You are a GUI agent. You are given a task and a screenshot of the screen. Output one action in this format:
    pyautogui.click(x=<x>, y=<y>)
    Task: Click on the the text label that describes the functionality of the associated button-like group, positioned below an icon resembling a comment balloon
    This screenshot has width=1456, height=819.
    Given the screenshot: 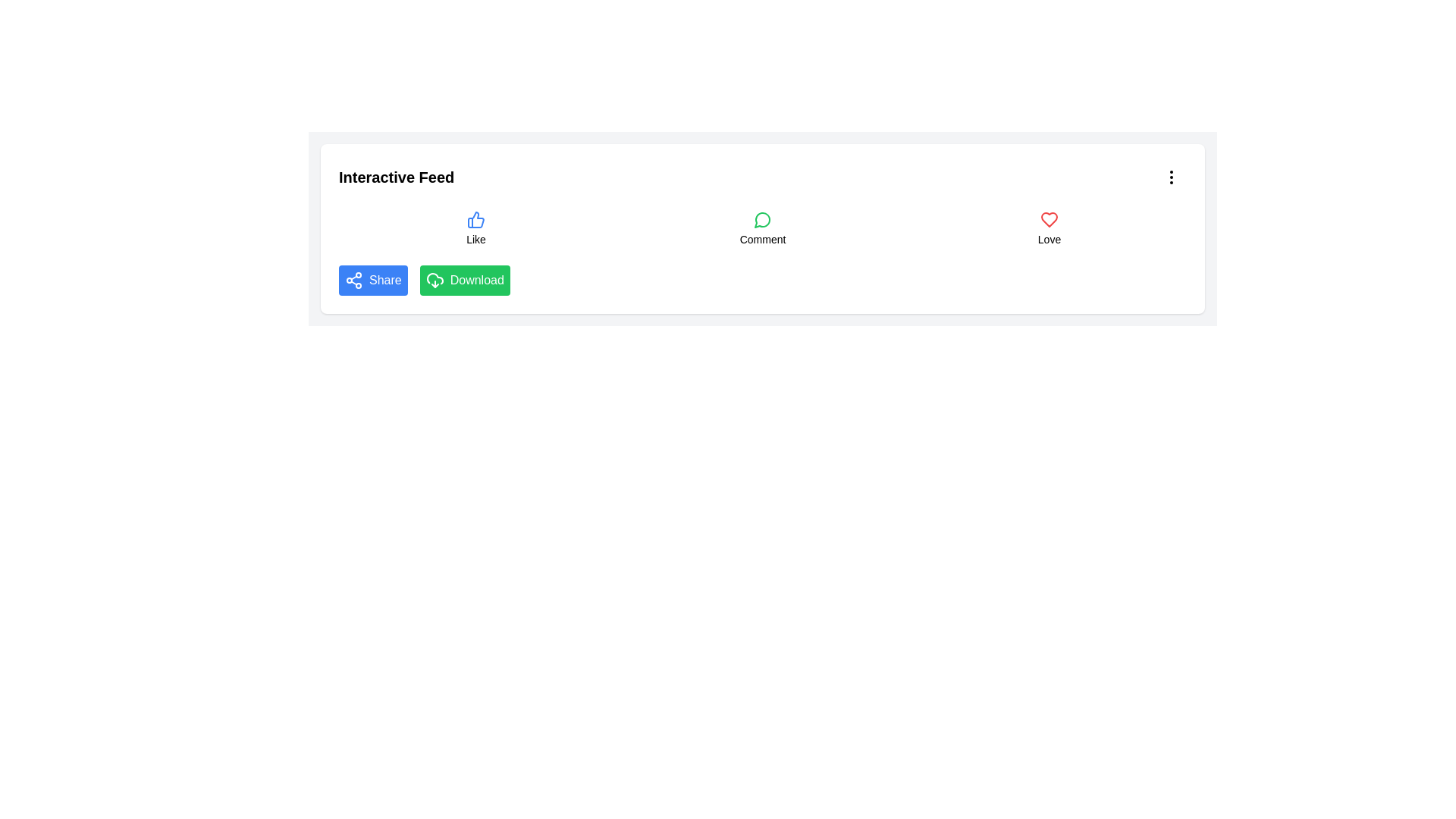 What is the action you would take?
    pyautogui.click(x=763, y=239)
    